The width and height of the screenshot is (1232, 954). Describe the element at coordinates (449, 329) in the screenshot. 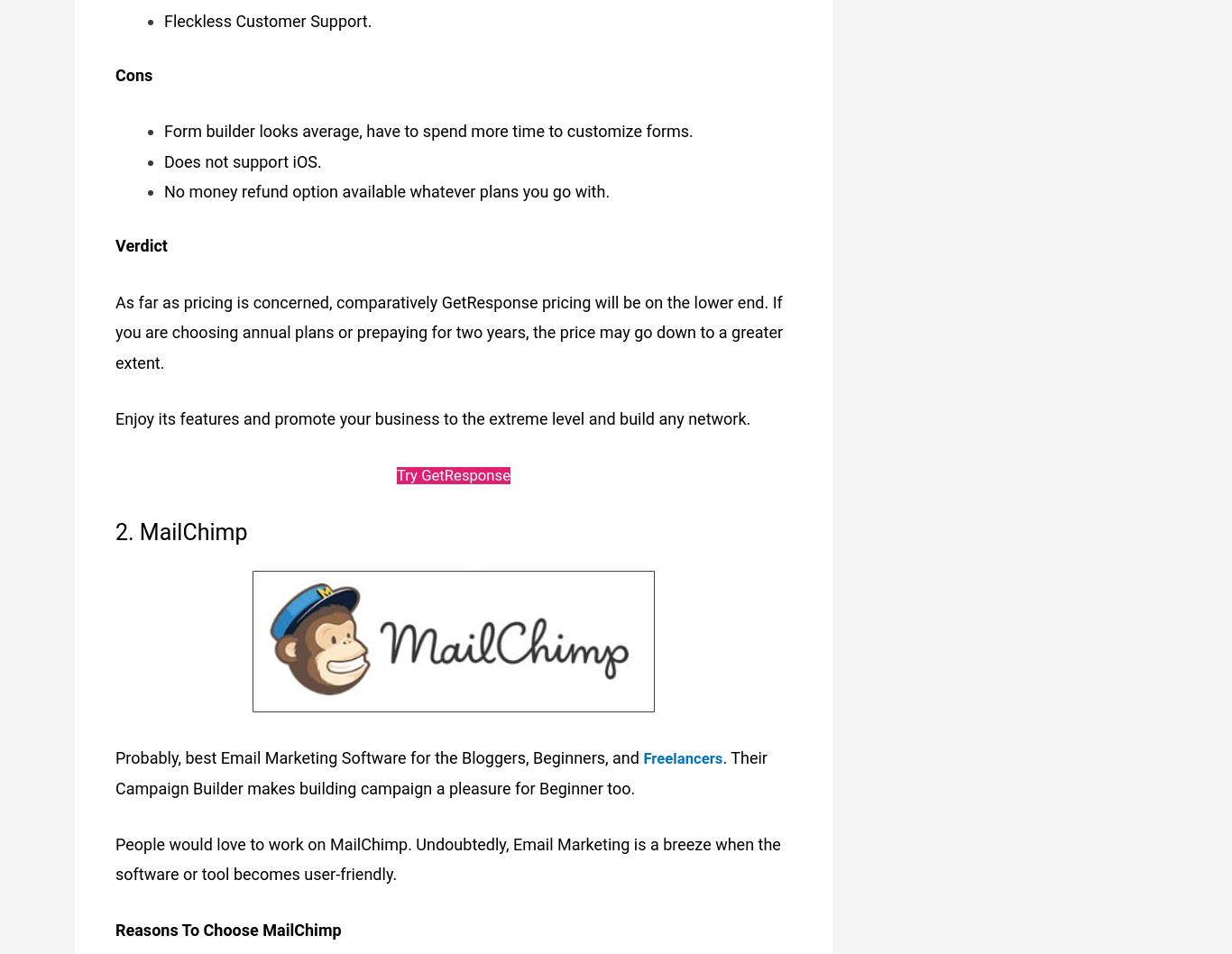

I see `'As far as pricing is concerned, comparatively GetResponse pricing will be on the lower end. If you are choosing annual plans or prepaying for two years, the price may go down to a greater extent.'` at that location.